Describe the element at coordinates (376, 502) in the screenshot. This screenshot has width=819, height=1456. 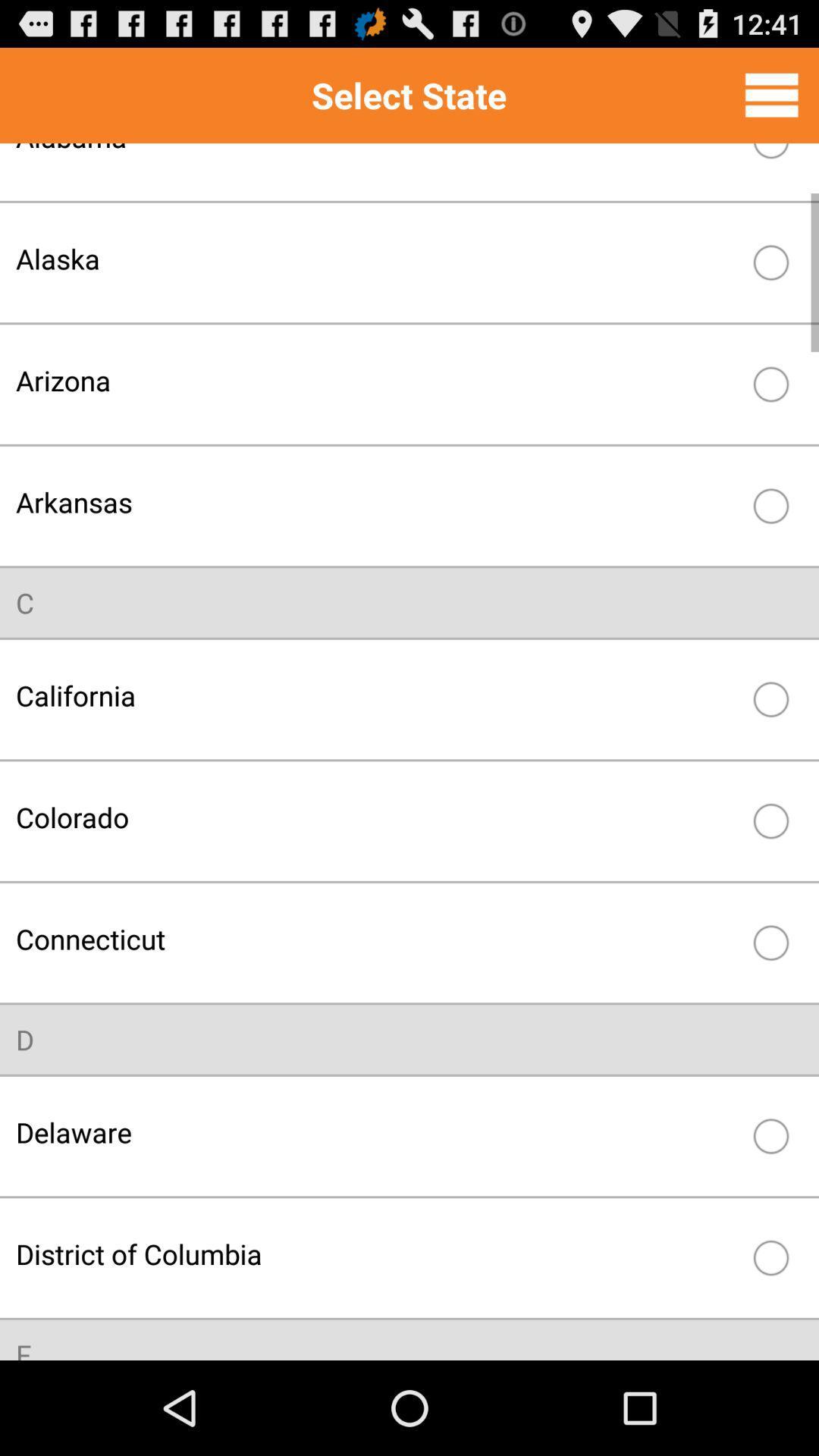
I see `arkansas item` at that location.